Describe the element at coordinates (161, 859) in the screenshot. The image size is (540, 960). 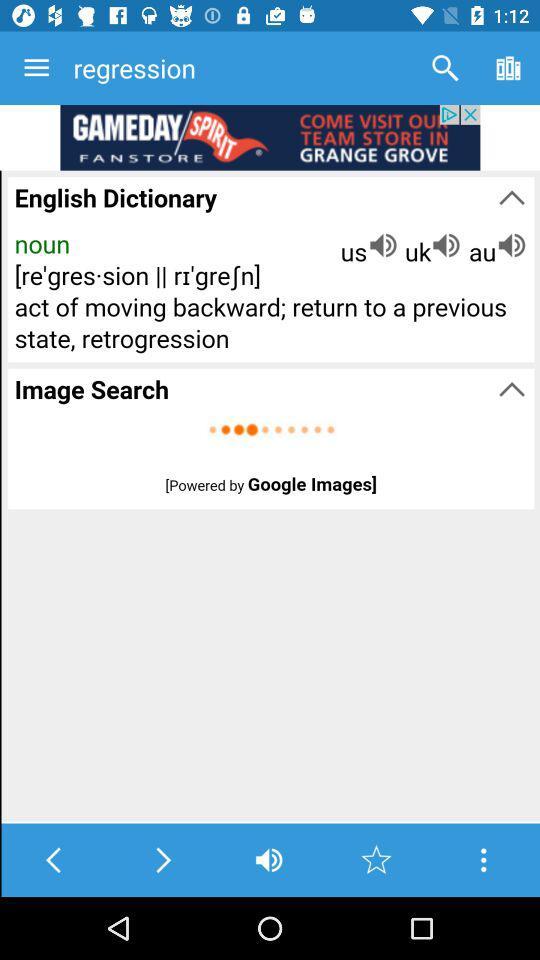
I see `next` at that location.